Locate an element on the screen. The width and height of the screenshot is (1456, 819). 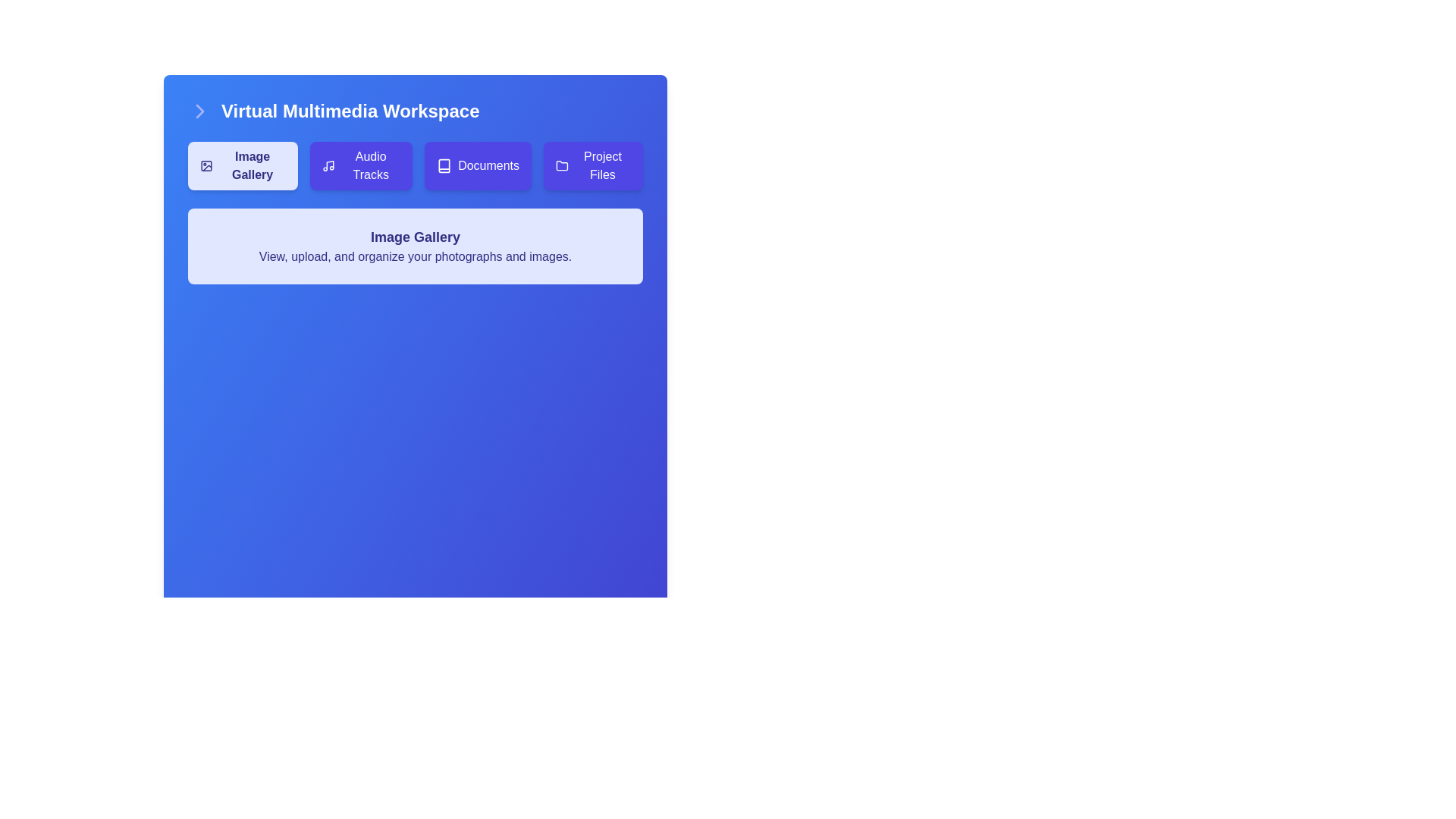
text block titled 'Image Gallery' which includes the description 'View, upload, and organize your photographs and images.' This text block is centered in a light indigo background below the 'Virtual Multimedia Workspace' header is located at coordinates (415, 245).